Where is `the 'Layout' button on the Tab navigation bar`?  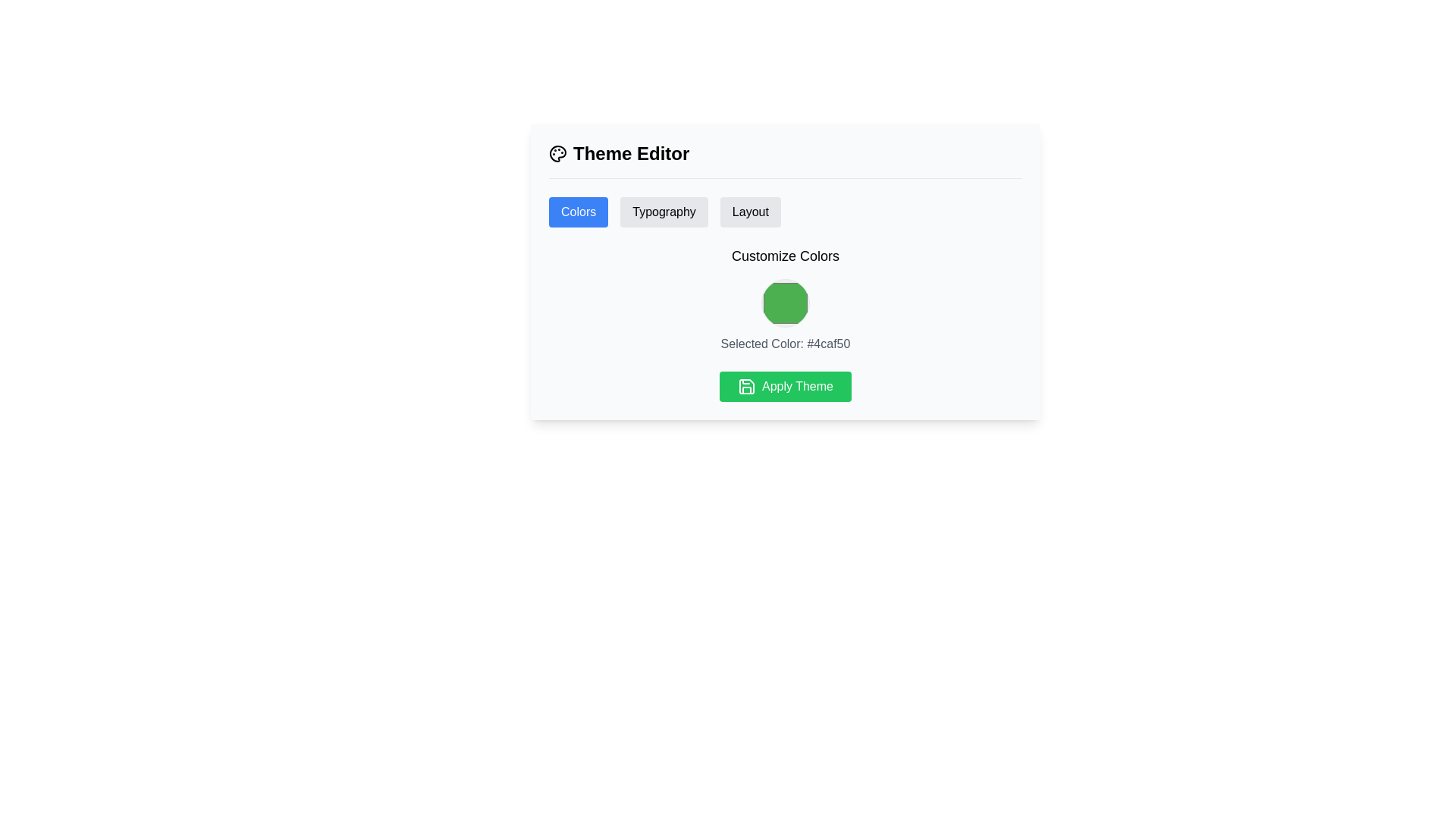 the 'Layout' button on the Tab navigation bar is located at coordinates (786, 212).